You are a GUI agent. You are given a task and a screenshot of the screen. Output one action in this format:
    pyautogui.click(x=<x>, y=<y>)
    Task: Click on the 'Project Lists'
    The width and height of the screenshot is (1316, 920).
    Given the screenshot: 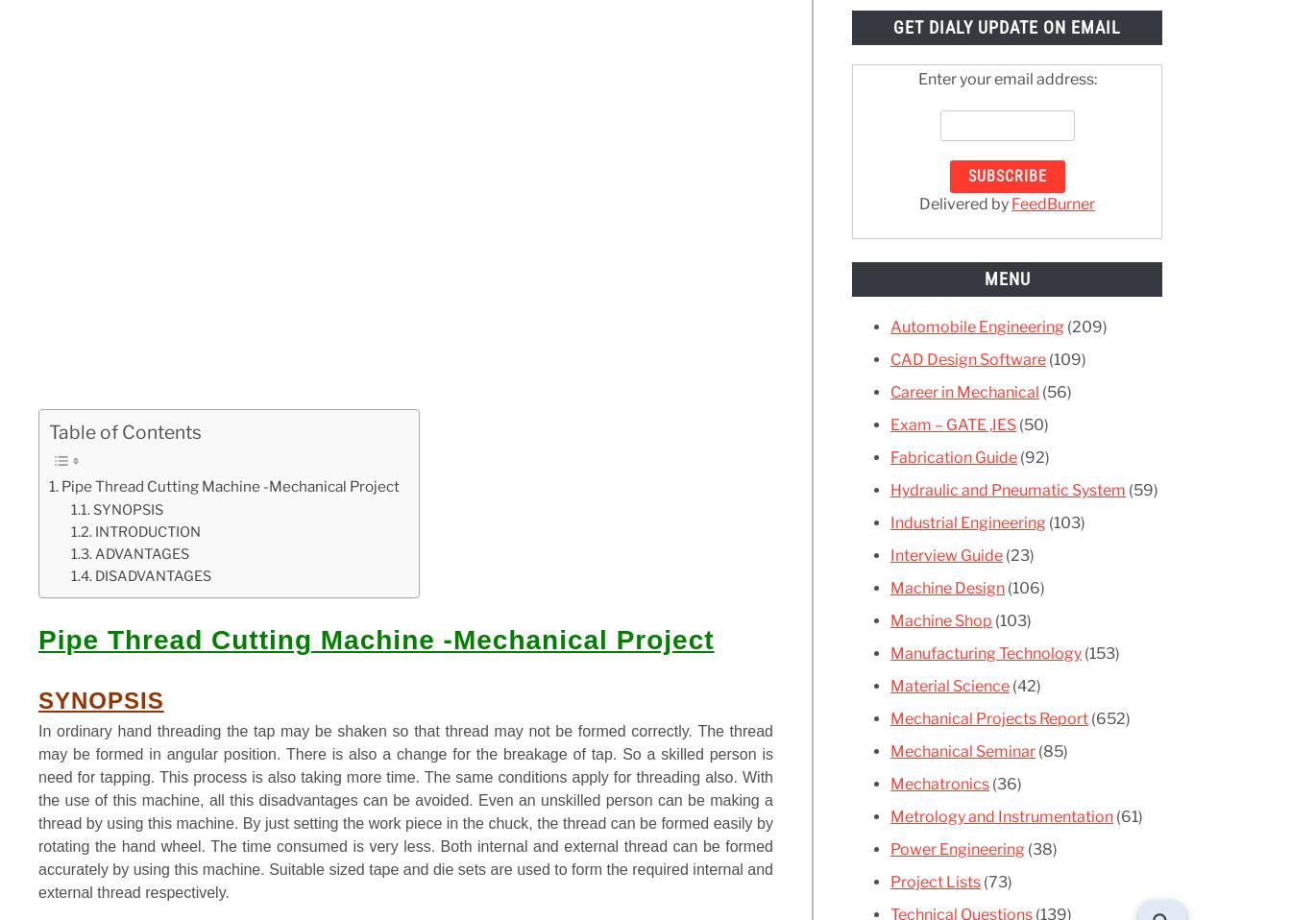 What is the action you would take?
    pyautogui.click(x=935, y=881)
    